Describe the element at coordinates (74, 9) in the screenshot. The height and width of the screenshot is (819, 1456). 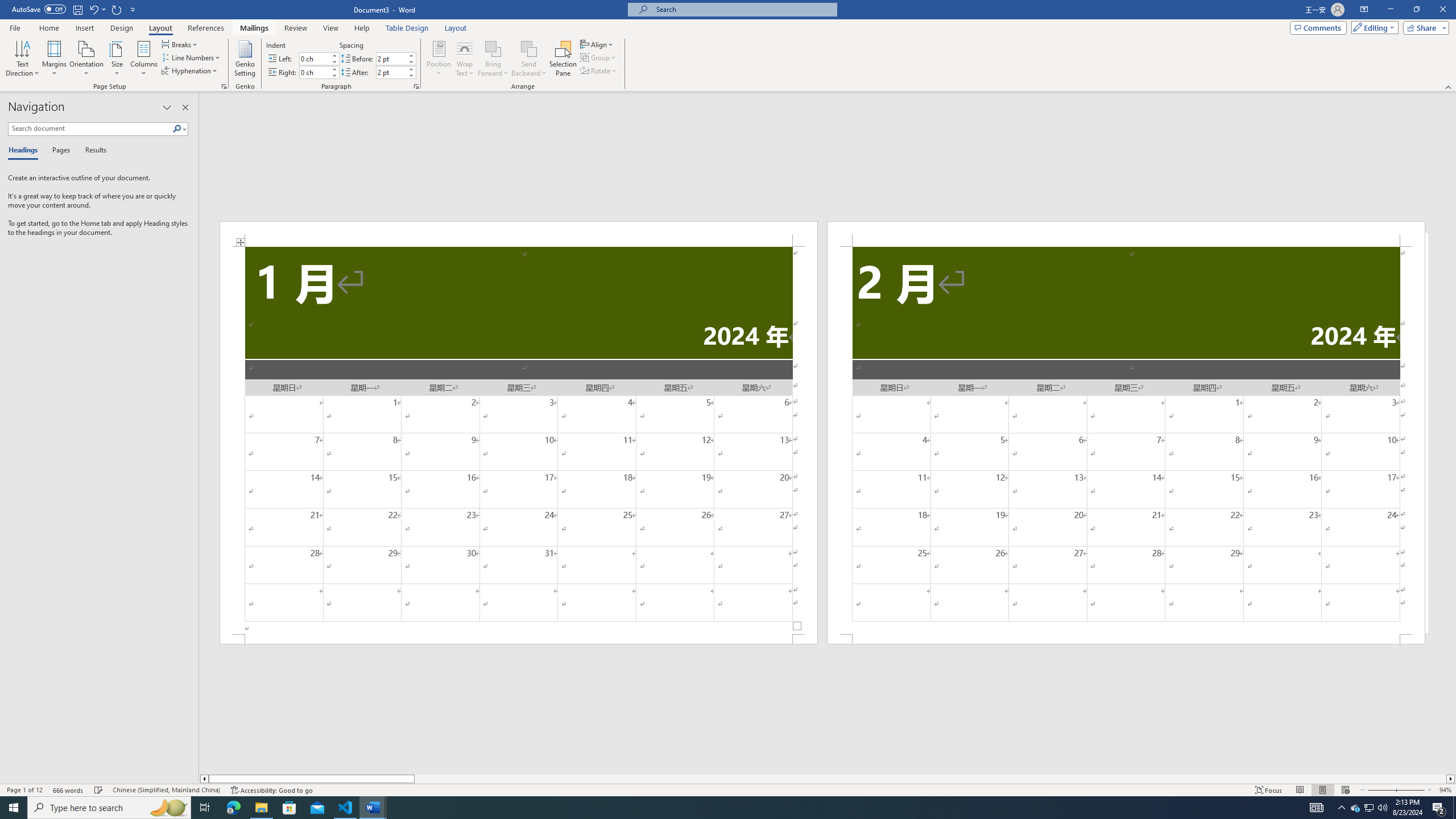
I see `'Quick Access Toolbar'` at that location.